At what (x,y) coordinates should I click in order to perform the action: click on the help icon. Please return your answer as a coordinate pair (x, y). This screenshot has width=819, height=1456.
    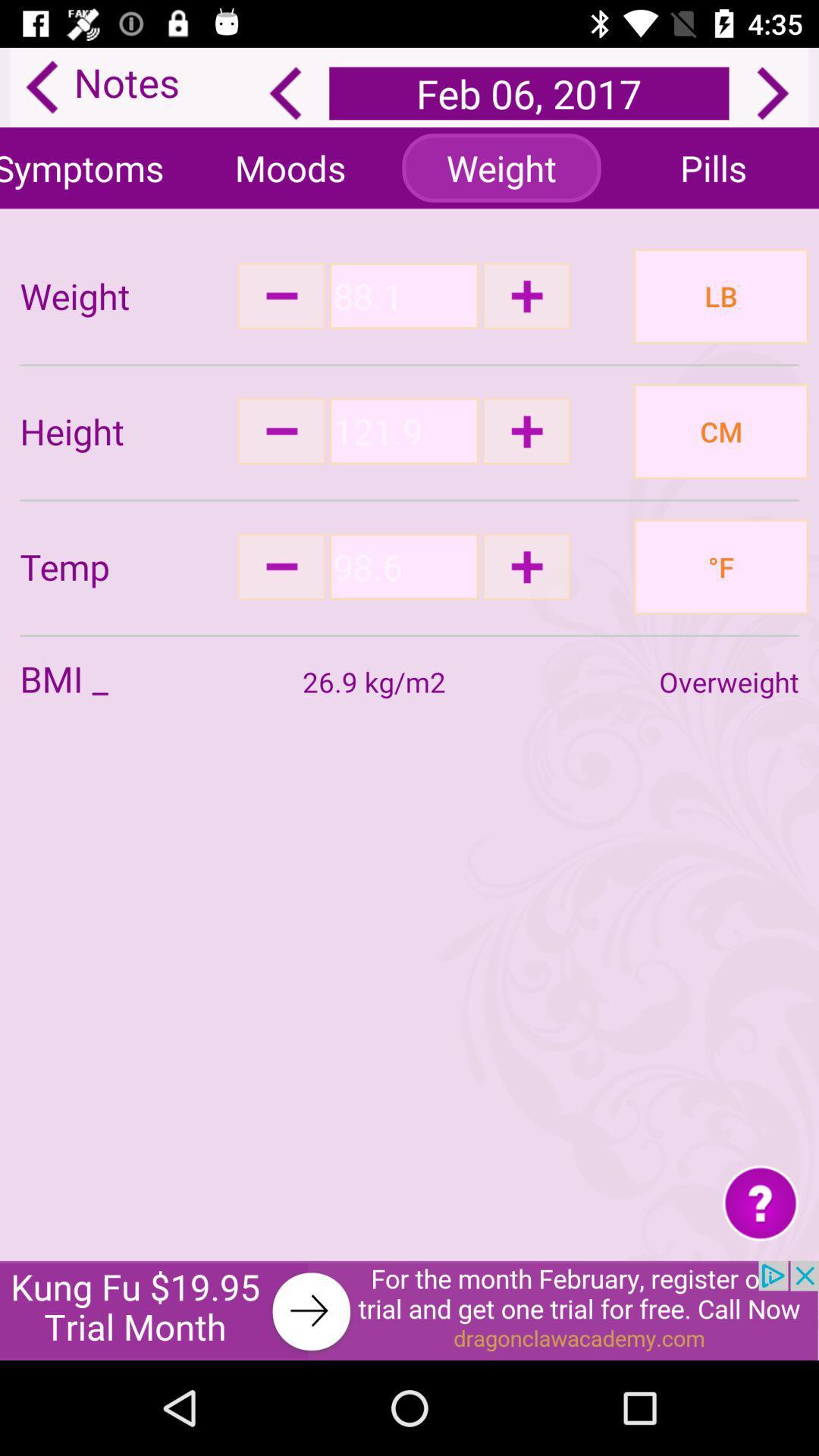
    Looking at the image, I should click on (761, 1201).